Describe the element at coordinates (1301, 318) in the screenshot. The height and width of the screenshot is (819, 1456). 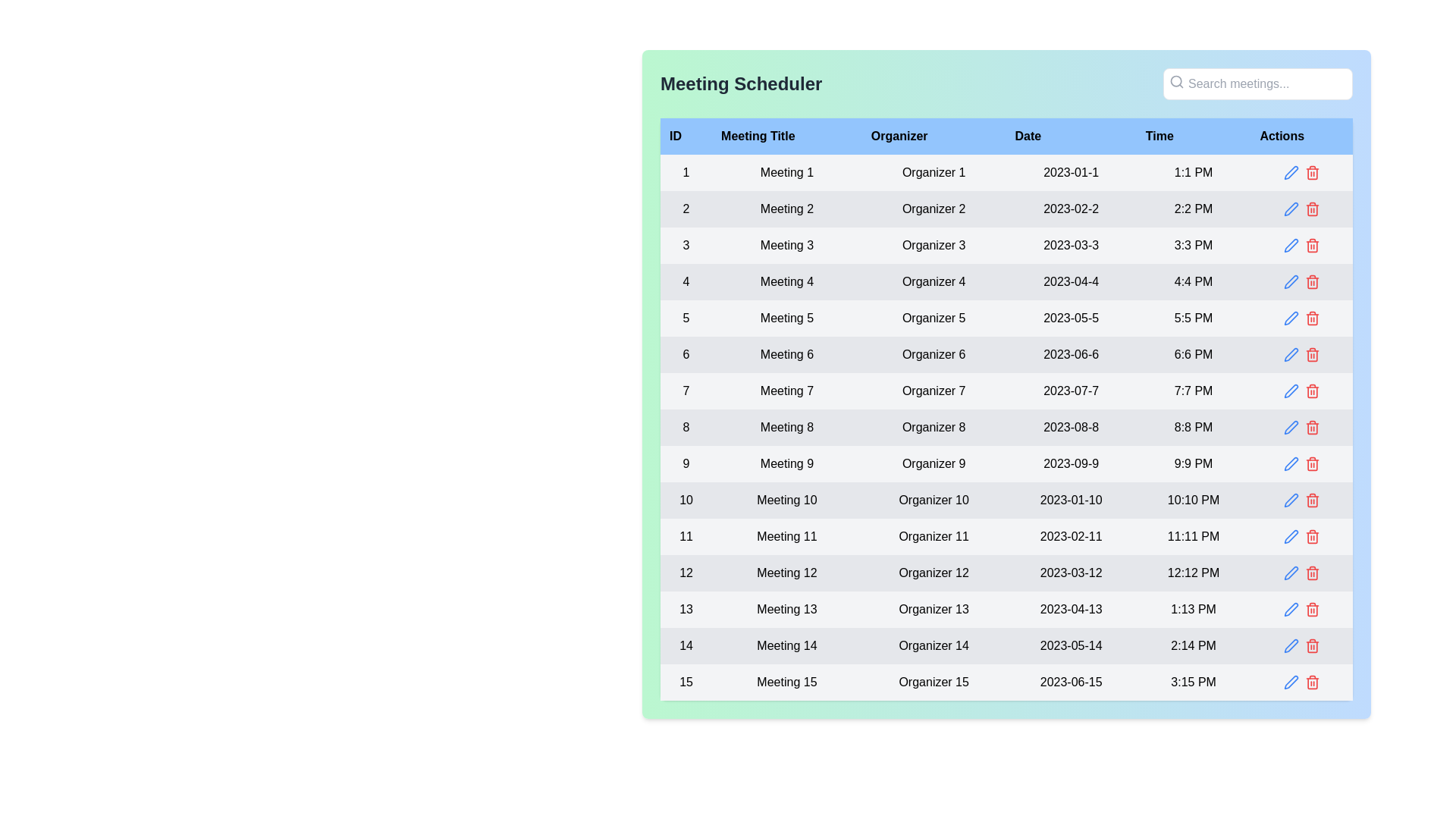
I see `the blue edit icon in the Icon Group located in the 'Actions' column for the meeting scheduled on '2023-05-5' at '5:5 PM' to modify the meeting` at that location.